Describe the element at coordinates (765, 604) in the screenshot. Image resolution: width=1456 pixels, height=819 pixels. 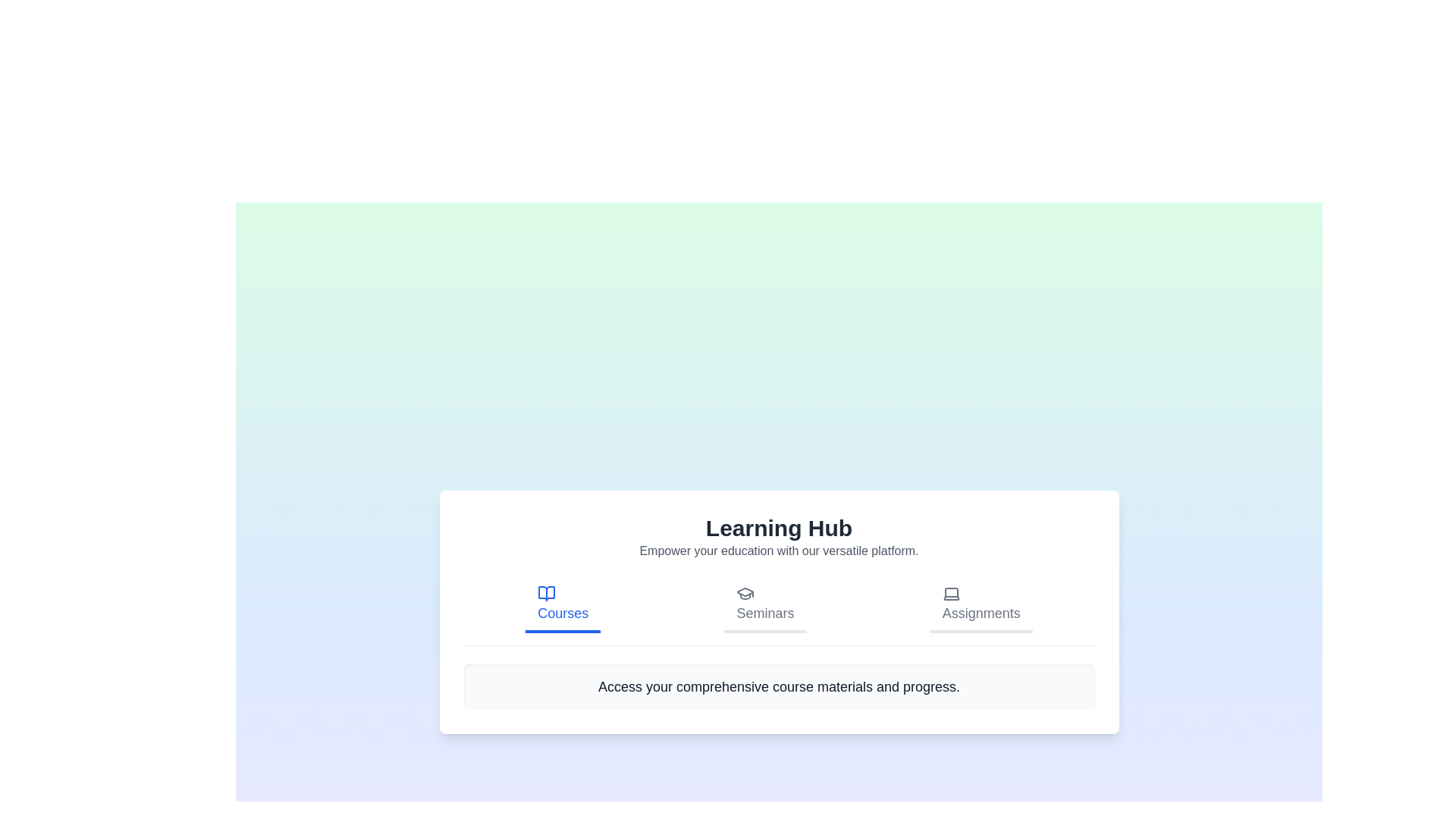
I see `the 'Seminars' navigation link` at that location.